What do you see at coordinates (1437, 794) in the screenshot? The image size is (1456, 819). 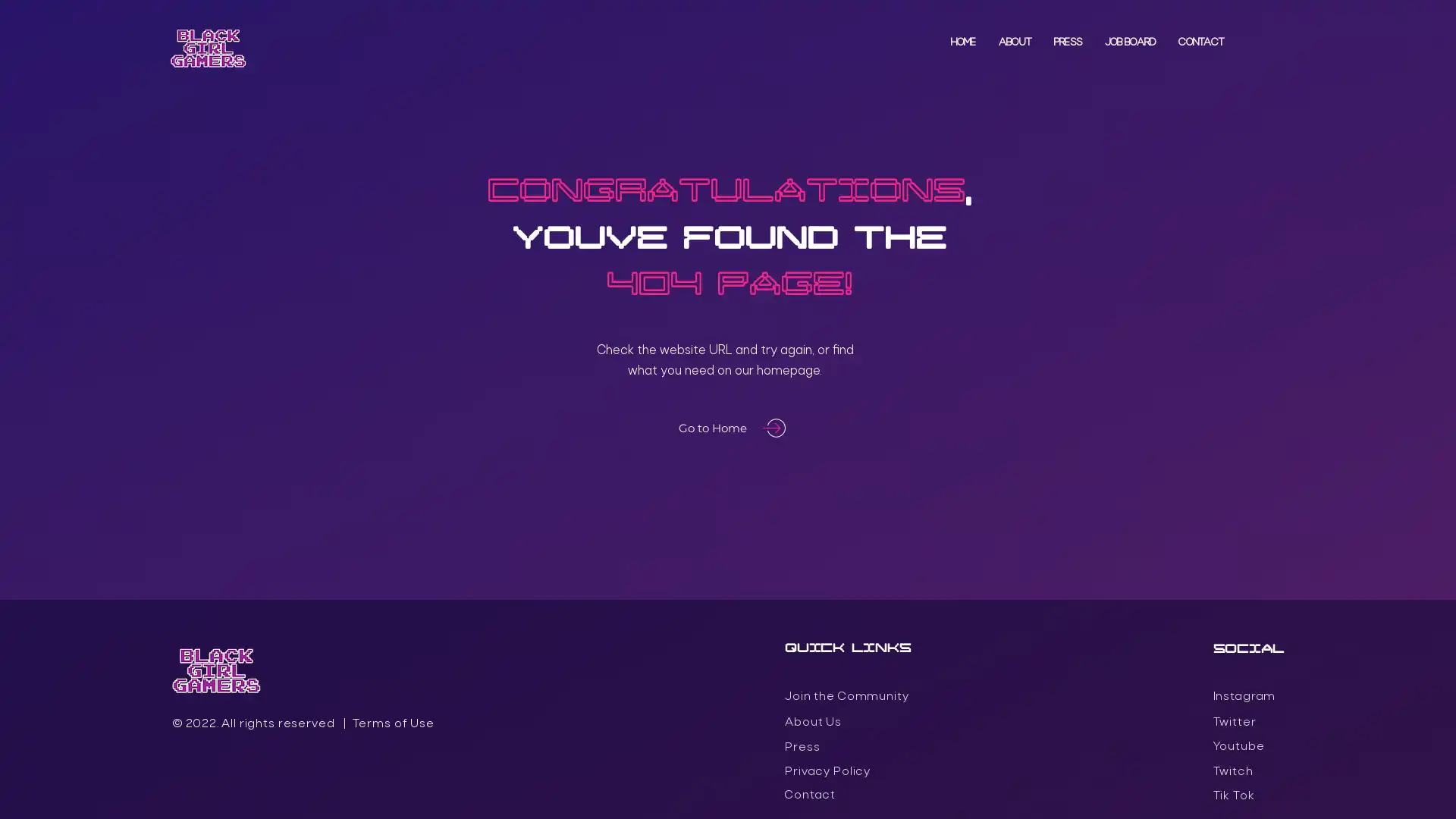 I see `Close` at bounding box center [1437, 794].